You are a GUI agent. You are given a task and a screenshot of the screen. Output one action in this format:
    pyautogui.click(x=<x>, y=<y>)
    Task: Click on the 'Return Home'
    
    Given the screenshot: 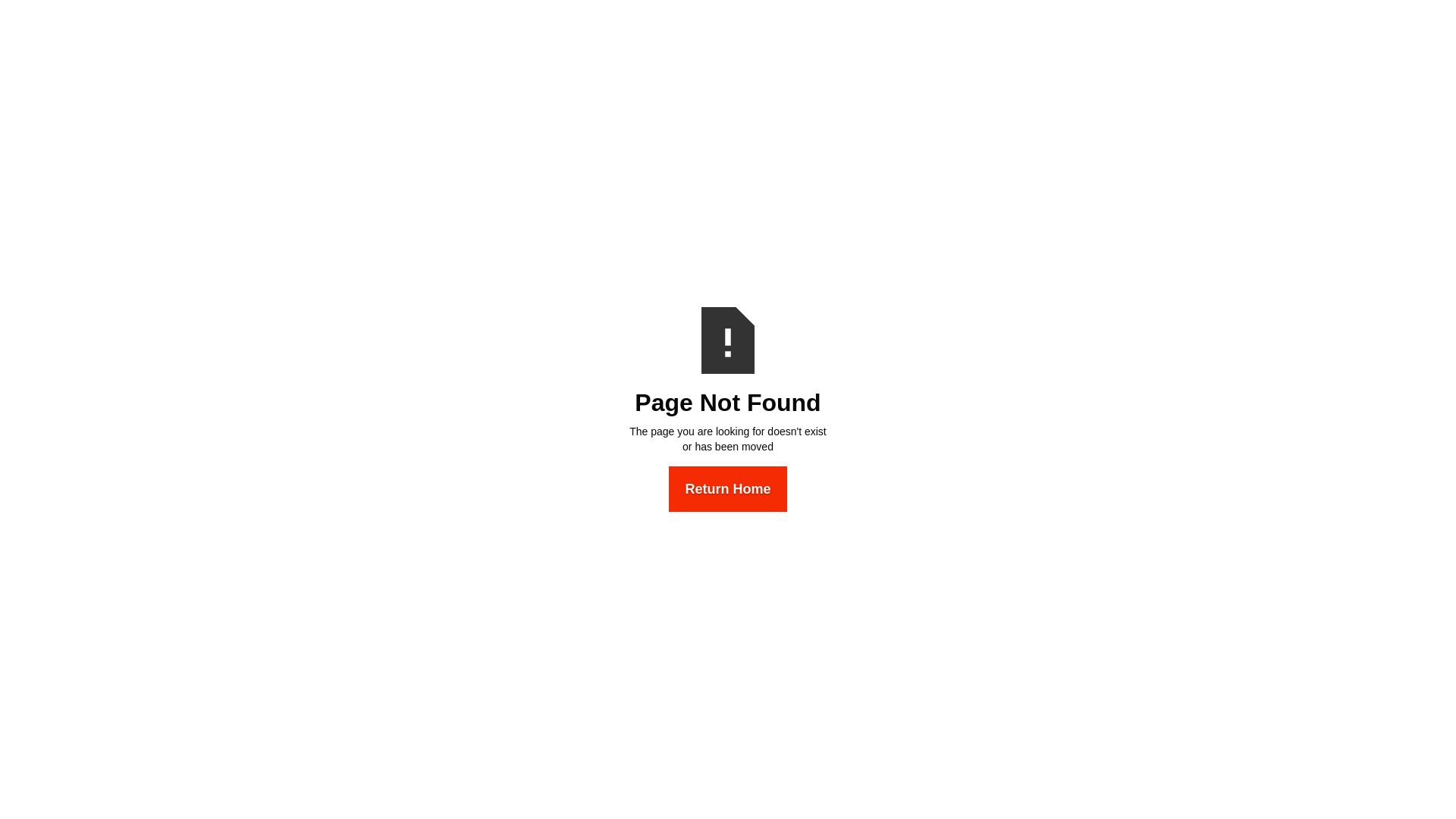 What is the action you would take?
    pyautogui.click(x=726, y=488)
    